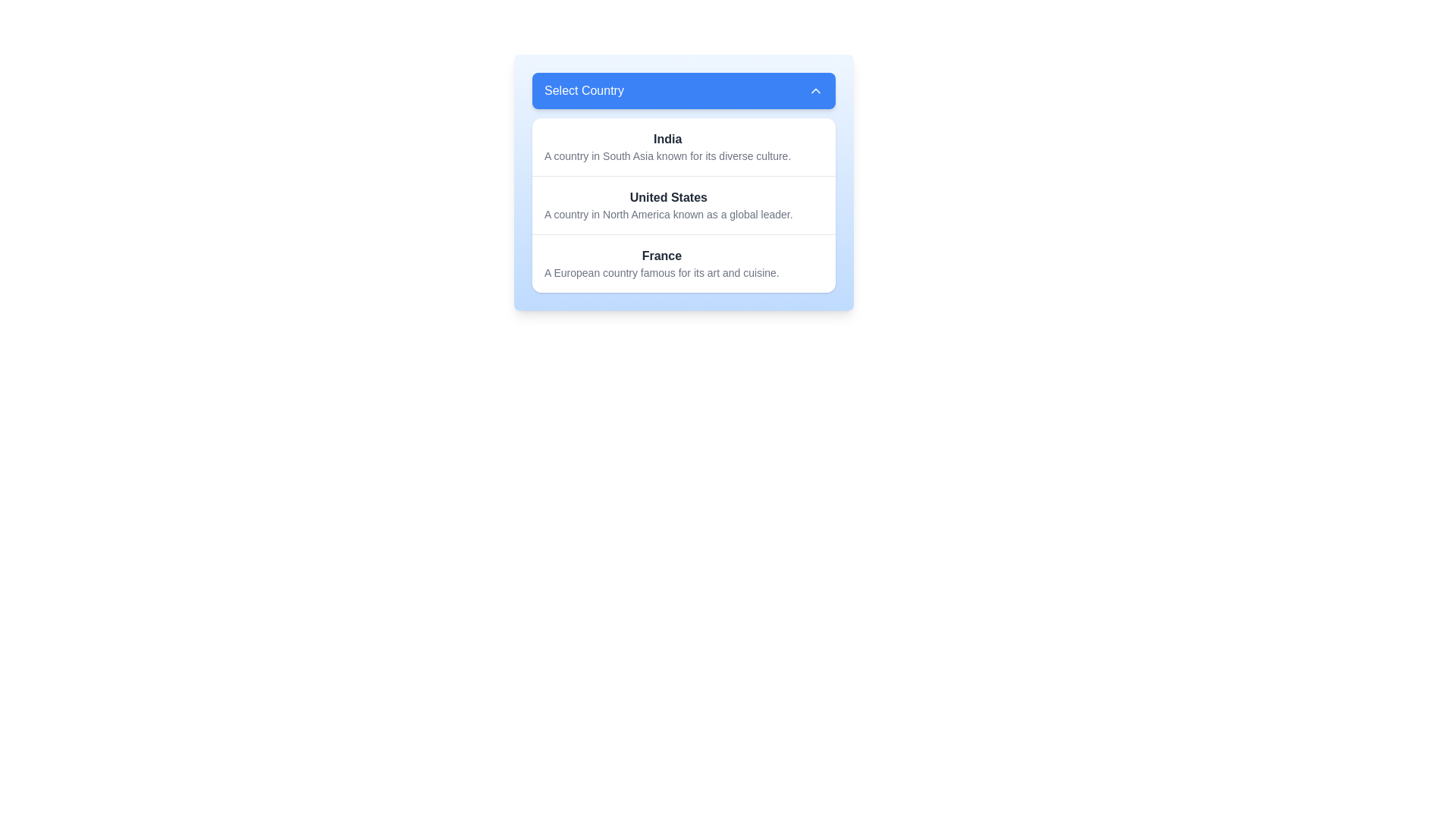 Image resolution: width=1456 pixels, height=819 pixels. I want to click on the chevron icon located in the top-right corner of the blue header section labeled 'Select Country', so click(814, 90).